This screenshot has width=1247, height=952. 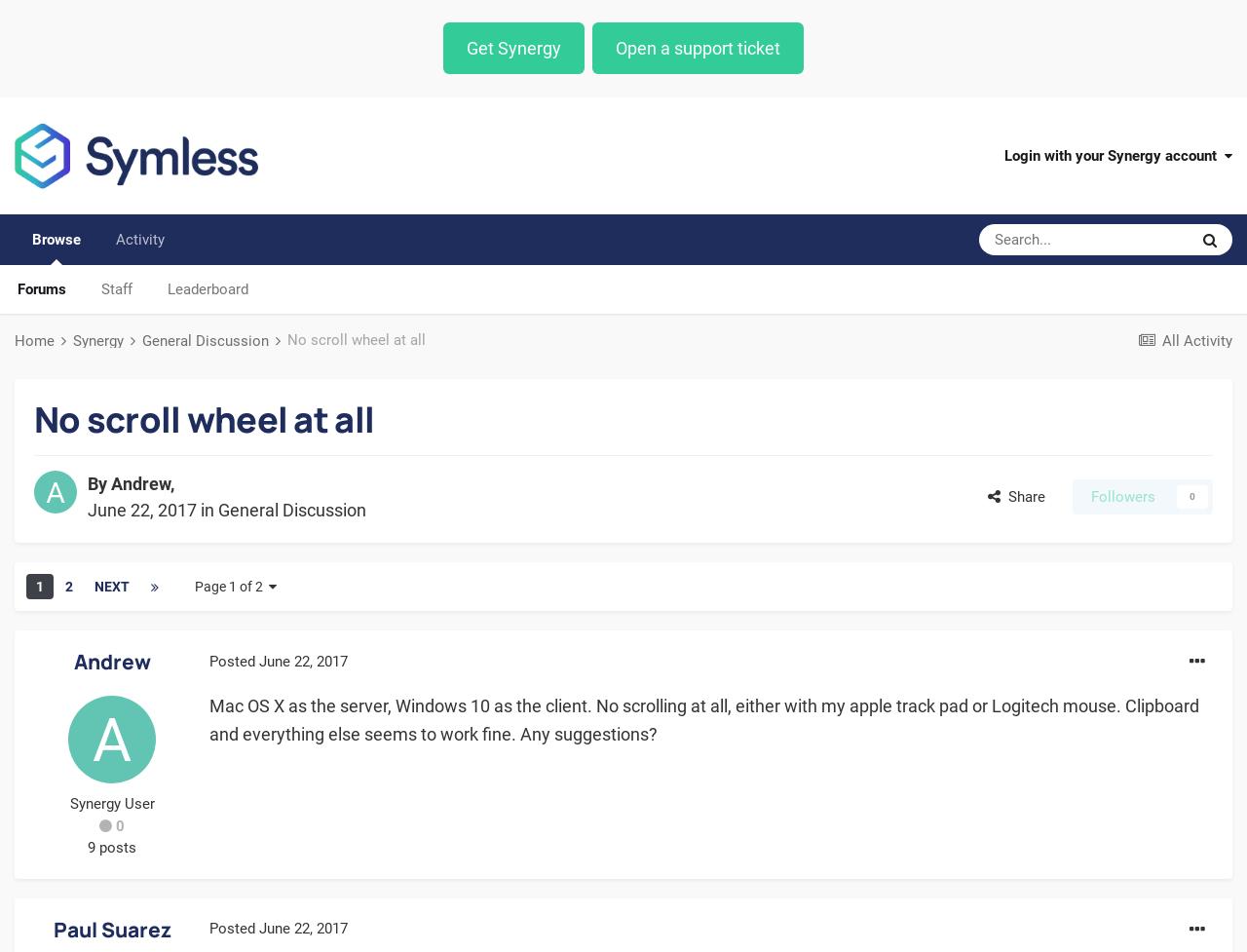 I want to click on '9 posts', so click(x=110, y=847).